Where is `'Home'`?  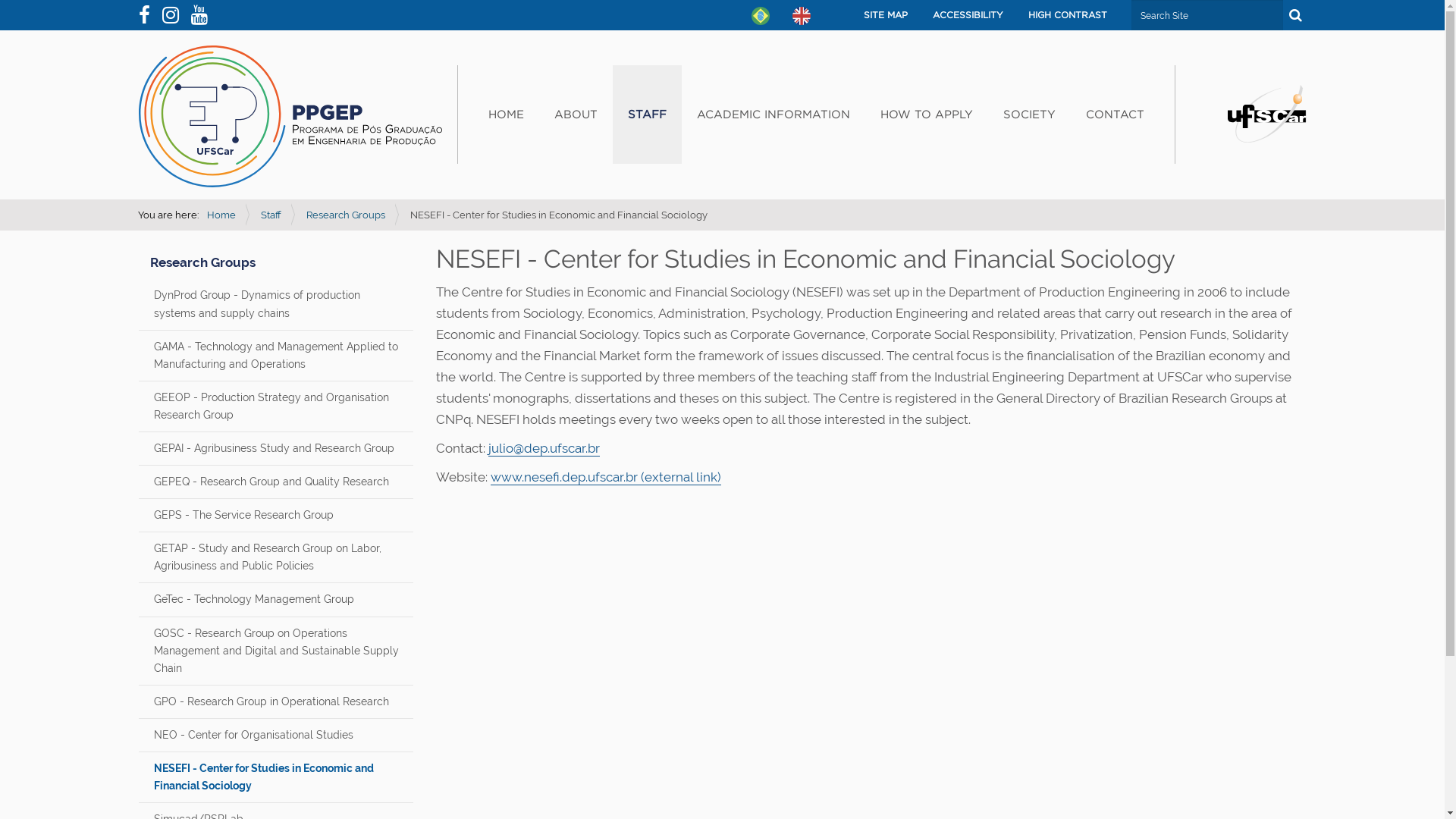 'Home' is located at coordinates (220, 215).